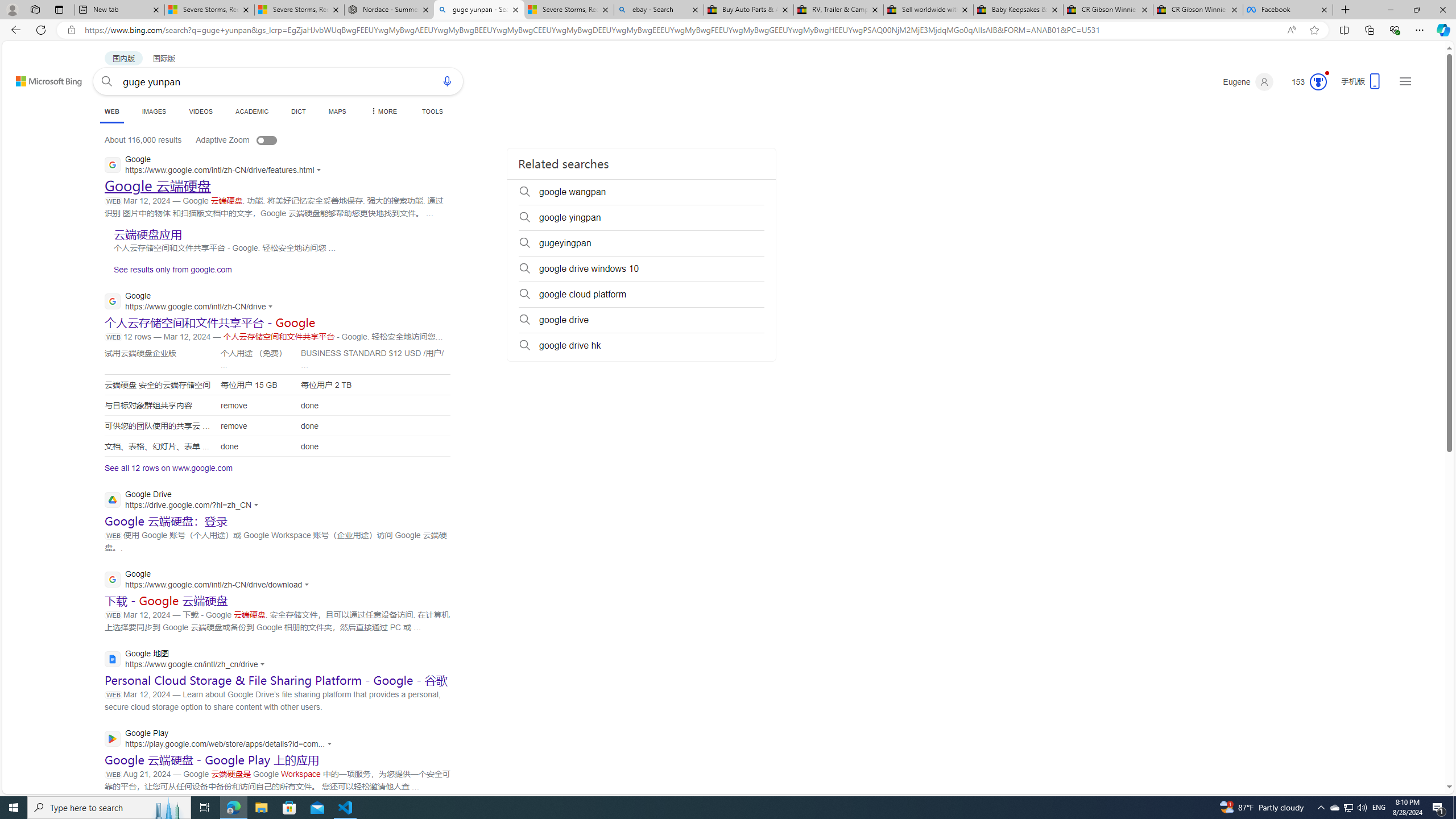  What do you see at coordinates (389, 9) in the screenshot?
I see `'Nordace - Summer Adventures 2024'` at bounding box center [389, 9].